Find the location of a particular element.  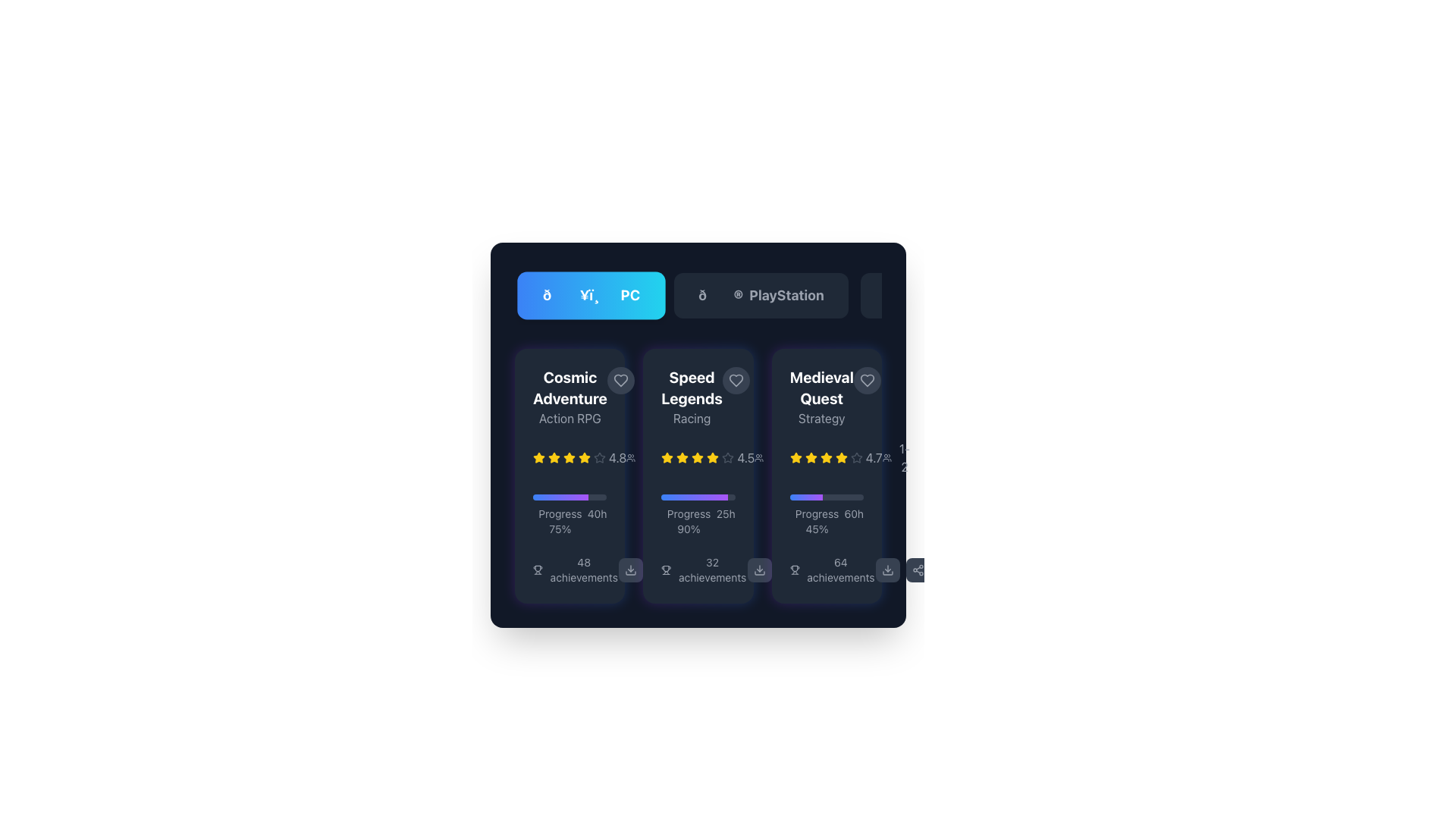

the third yellow star icon in the 'Speed Legends' rating section, positioned beneath the game's title and above the progress bar is located at coordinates (682, 457).